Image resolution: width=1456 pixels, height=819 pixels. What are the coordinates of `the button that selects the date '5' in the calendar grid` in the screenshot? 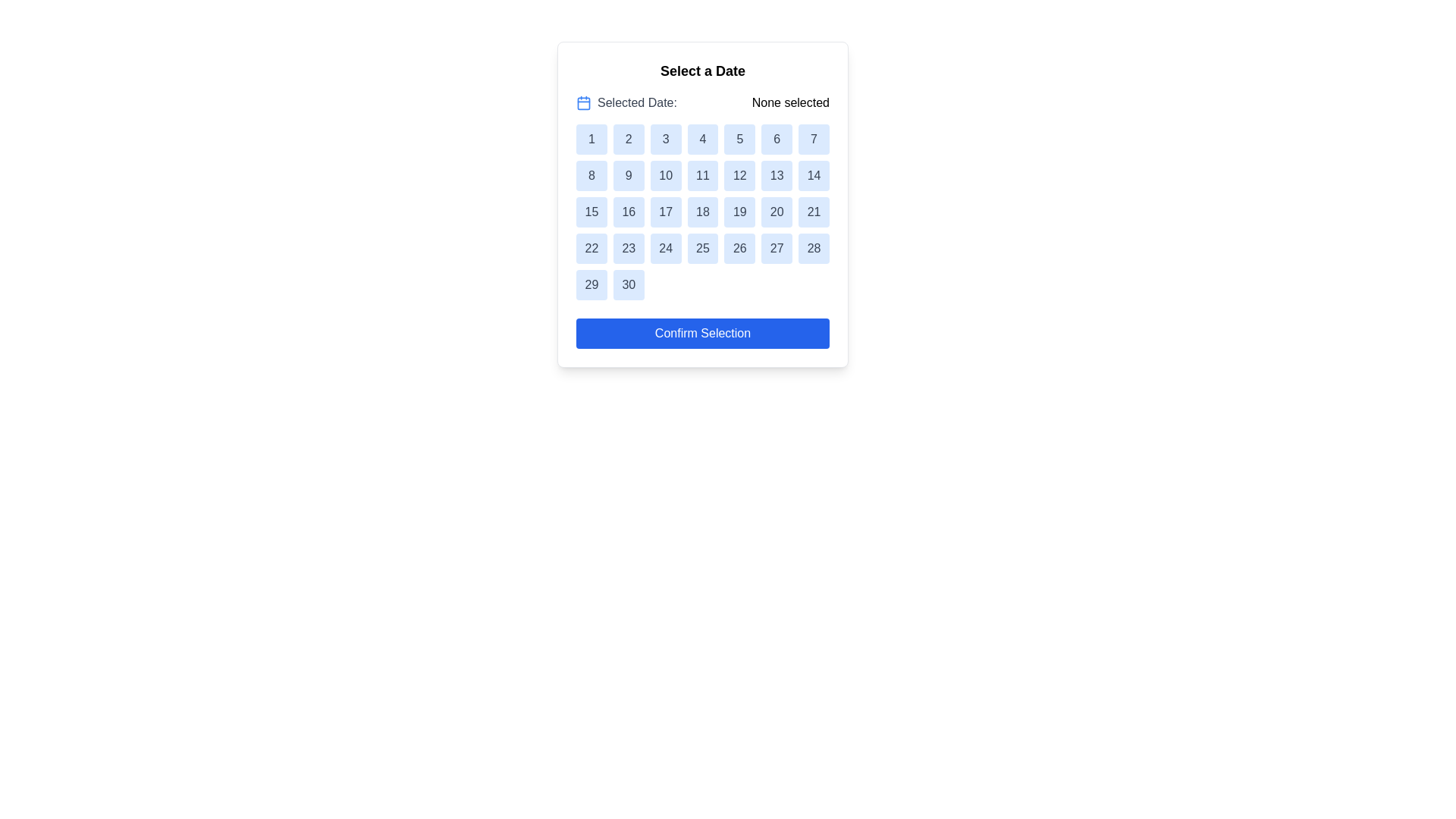 It's located at (739, 140).